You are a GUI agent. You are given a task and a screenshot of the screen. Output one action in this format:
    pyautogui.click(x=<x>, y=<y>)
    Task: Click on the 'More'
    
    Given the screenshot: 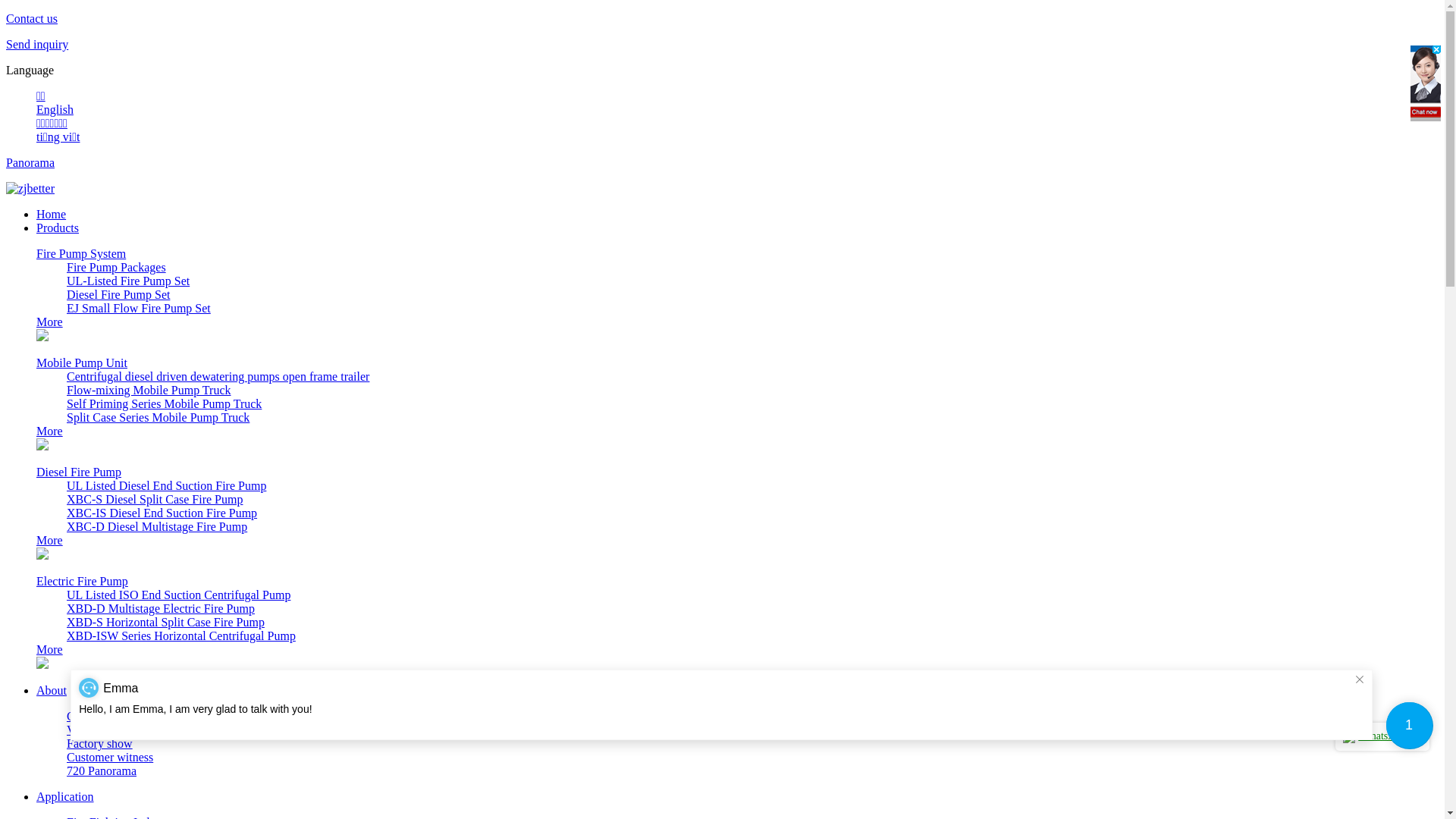 What is the action you would take?
    pyautogui.click(x=49, y=648)
    